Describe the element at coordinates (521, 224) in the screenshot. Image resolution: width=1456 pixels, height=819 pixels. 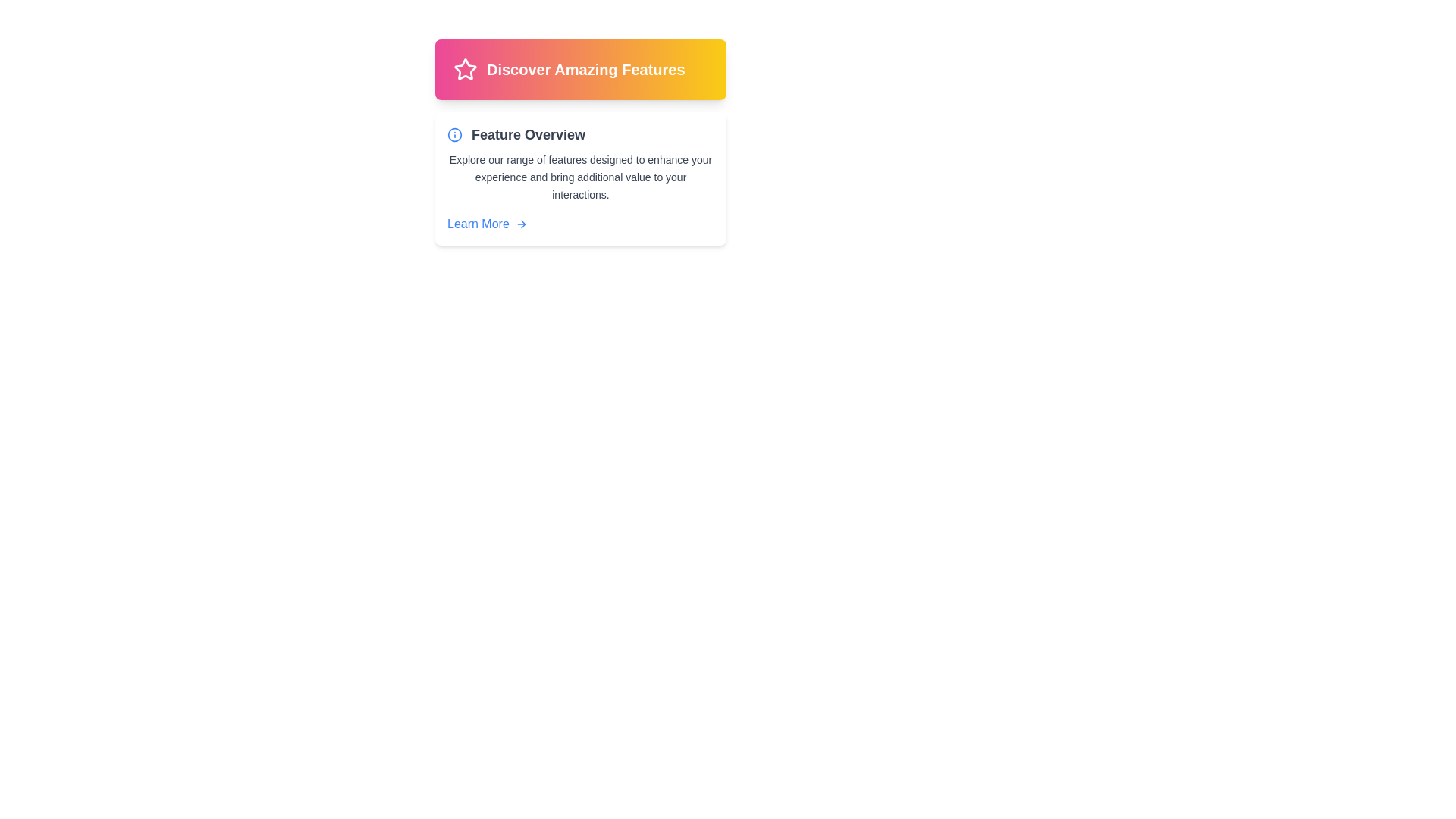
I see `the blue right-facing arrow icon located next to the 'Learn More' text` at that location.